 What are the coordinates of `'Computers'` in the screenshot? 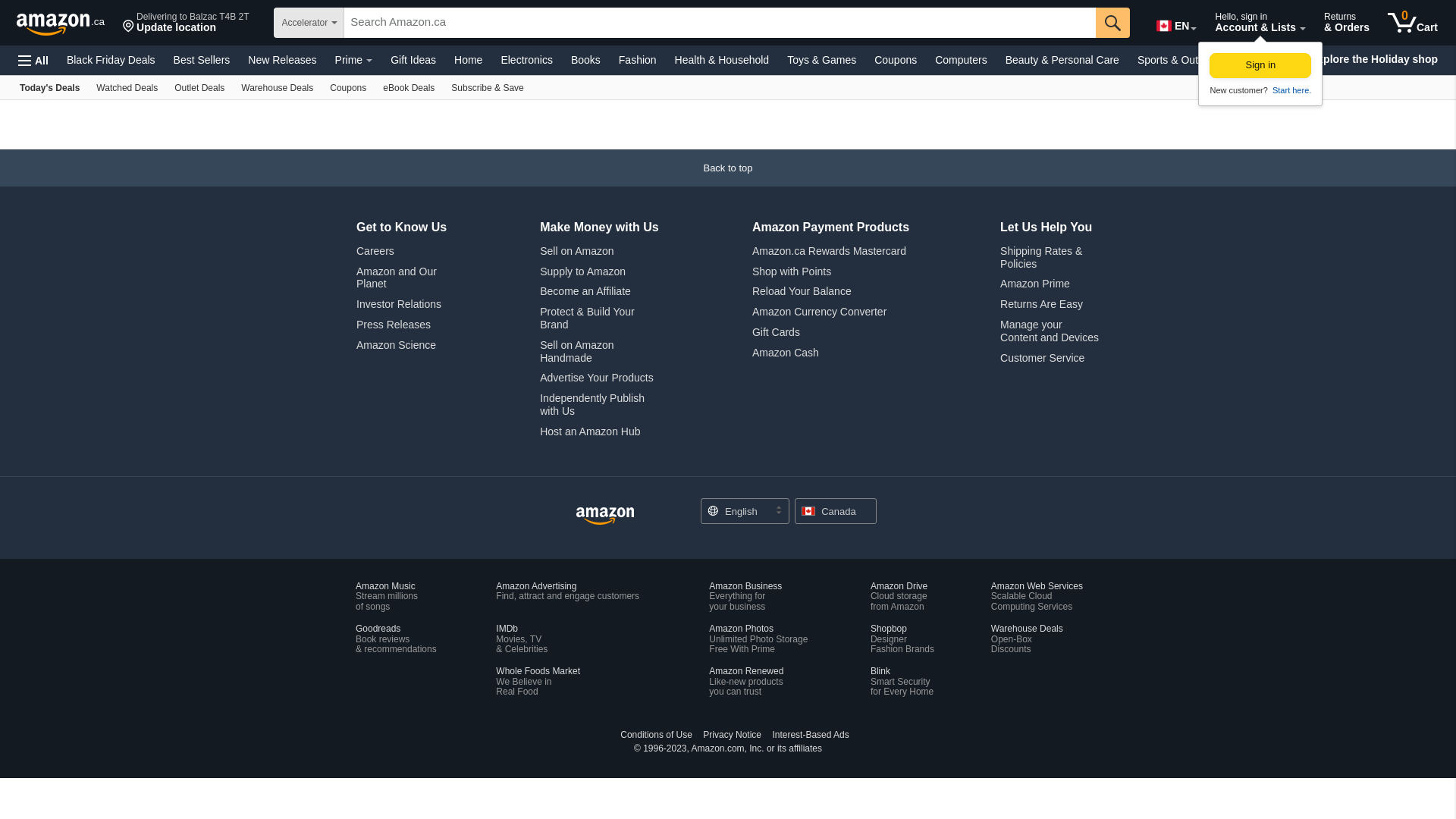 It's located at (960, 58).